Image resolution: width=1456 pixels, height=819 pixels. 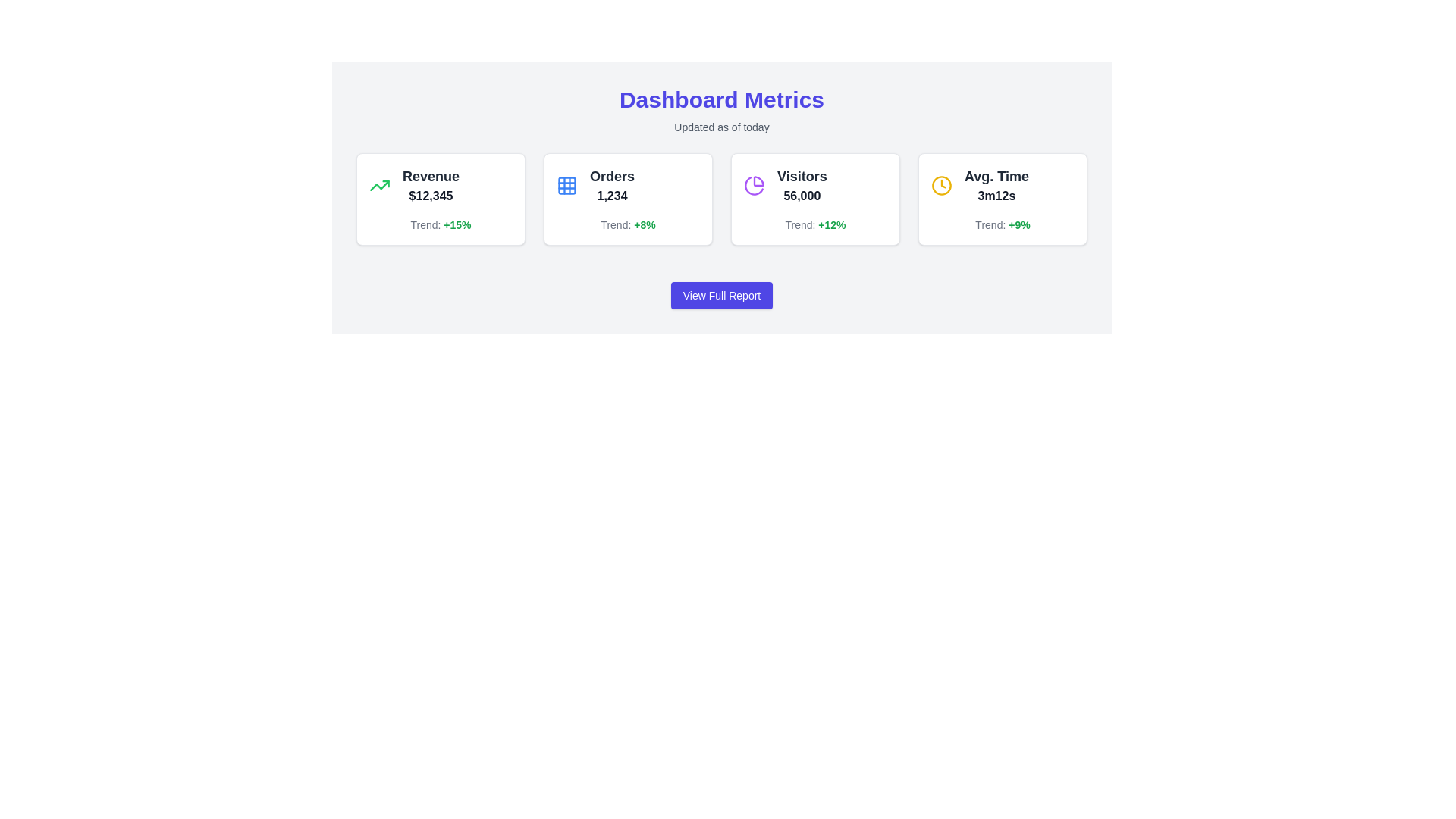 I want to click on prominent title or heading text that is centered at the top of the dashboard, which indicates the purpose of the data displayed below, so click(x=720, y=99).